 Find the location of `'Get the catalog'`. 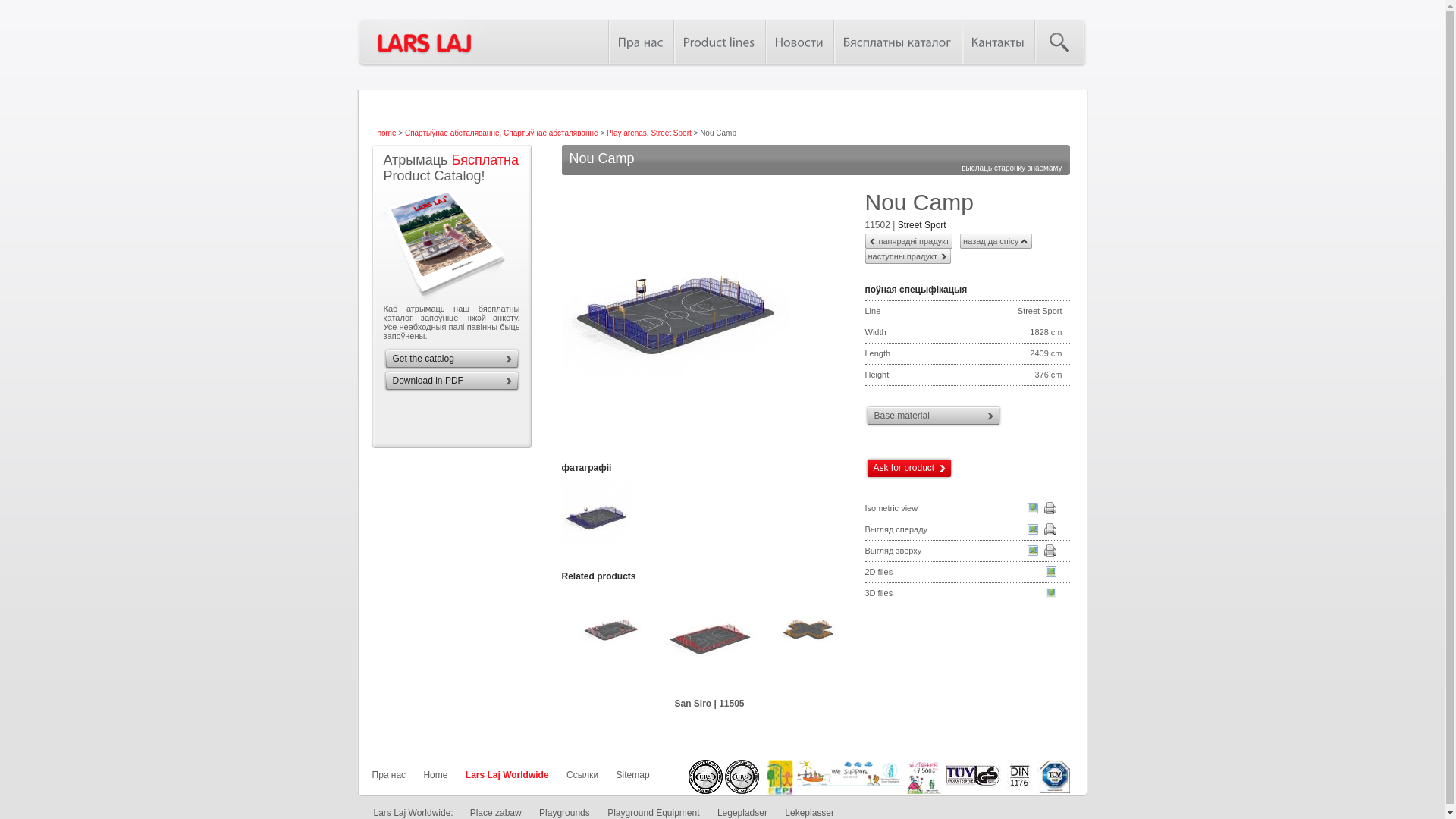

'Get the catalog' is located at coordinates (393, 359).